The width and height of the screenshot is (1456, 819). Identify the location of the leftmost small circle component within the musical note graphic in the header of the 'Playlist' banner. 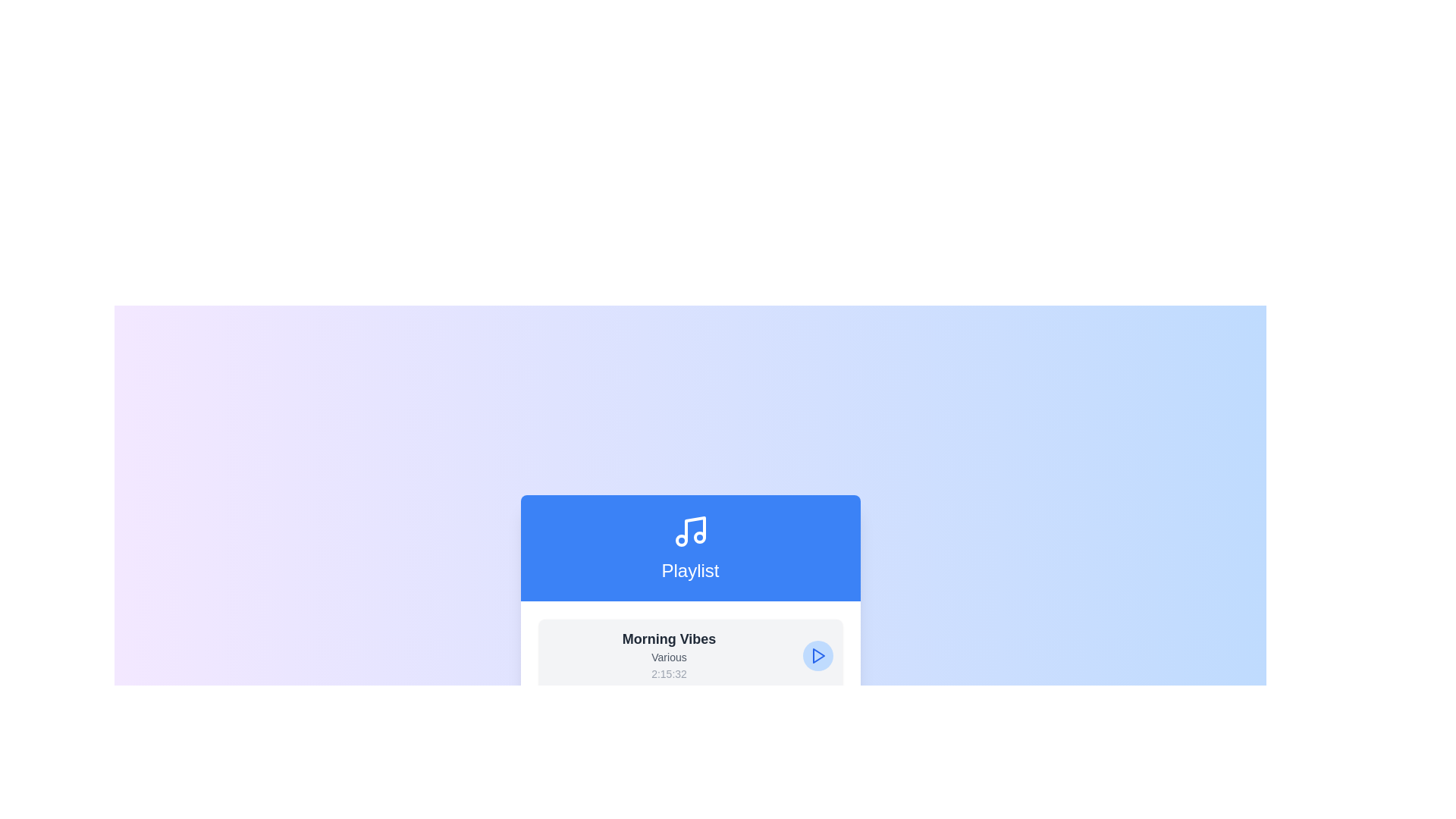
(680, 540).